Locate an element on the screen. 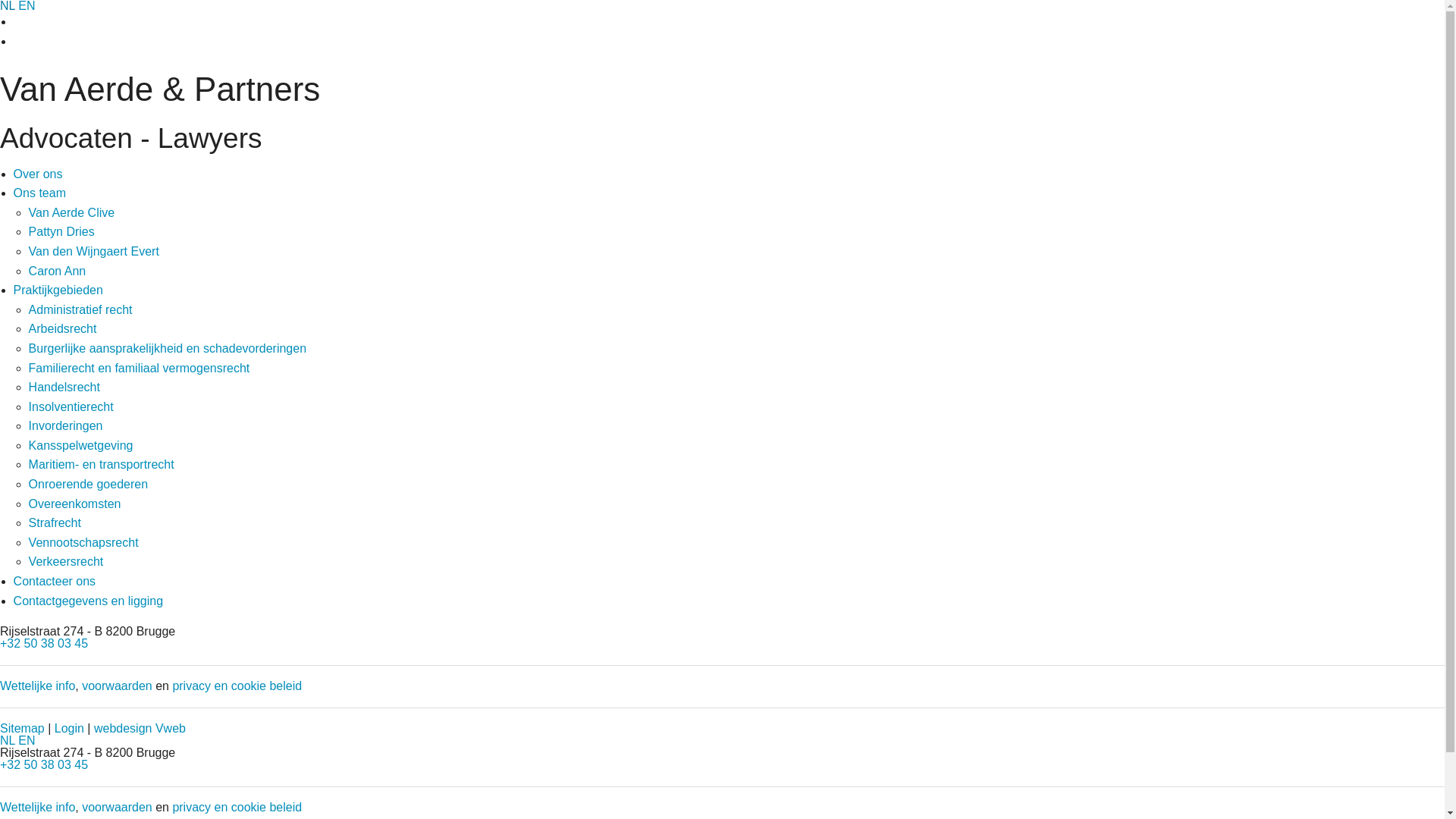 The width and height of the screenshot is (1456, 819). 'Van den Wijngaert Evert' is located at coordinates (29, 250).